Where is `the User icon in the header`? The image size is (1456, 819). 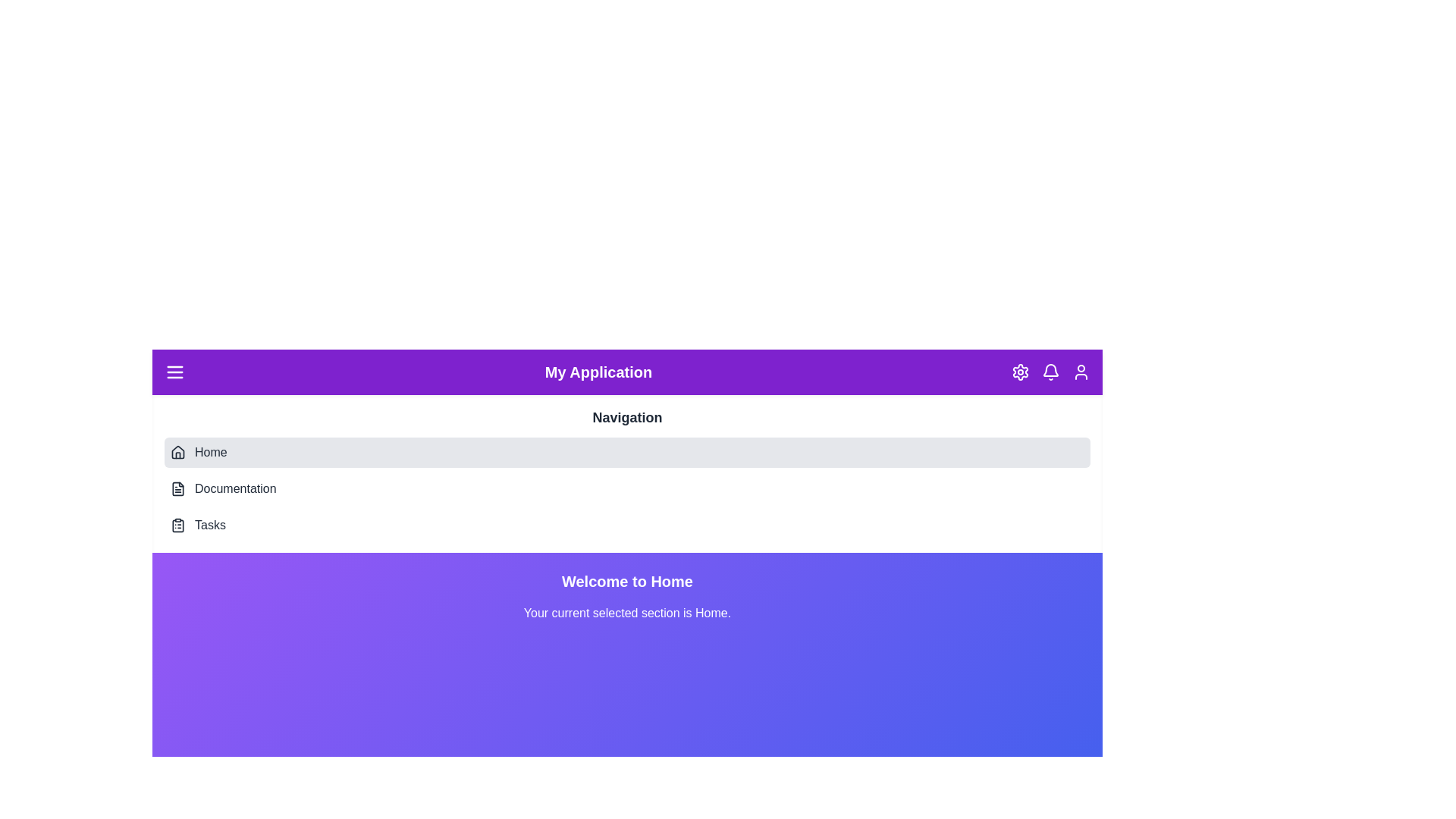 the User icon in the header is located at coordinates (1080, 372).